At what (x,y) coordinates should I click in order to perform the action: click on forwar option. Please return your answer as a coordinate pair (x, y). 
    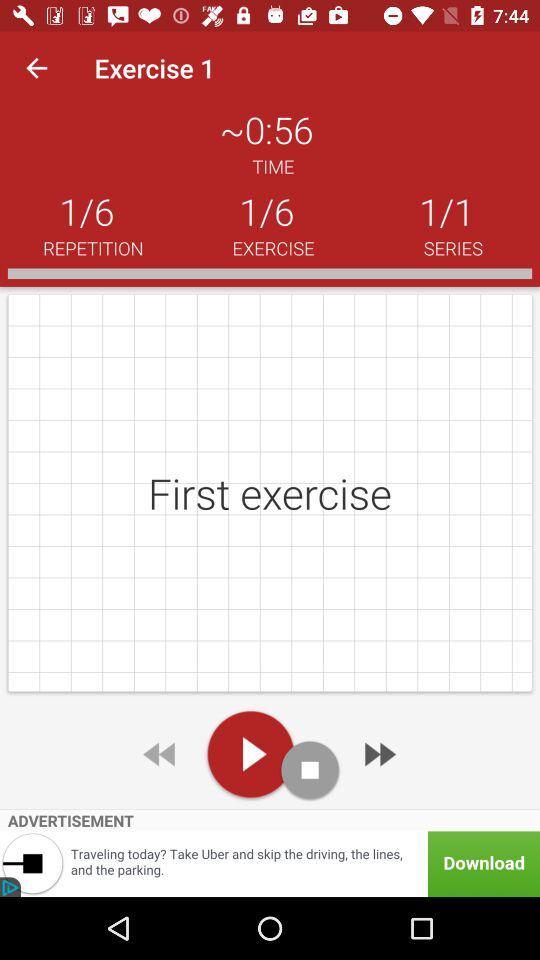
    Looking at the image, I should click on (378, 753).